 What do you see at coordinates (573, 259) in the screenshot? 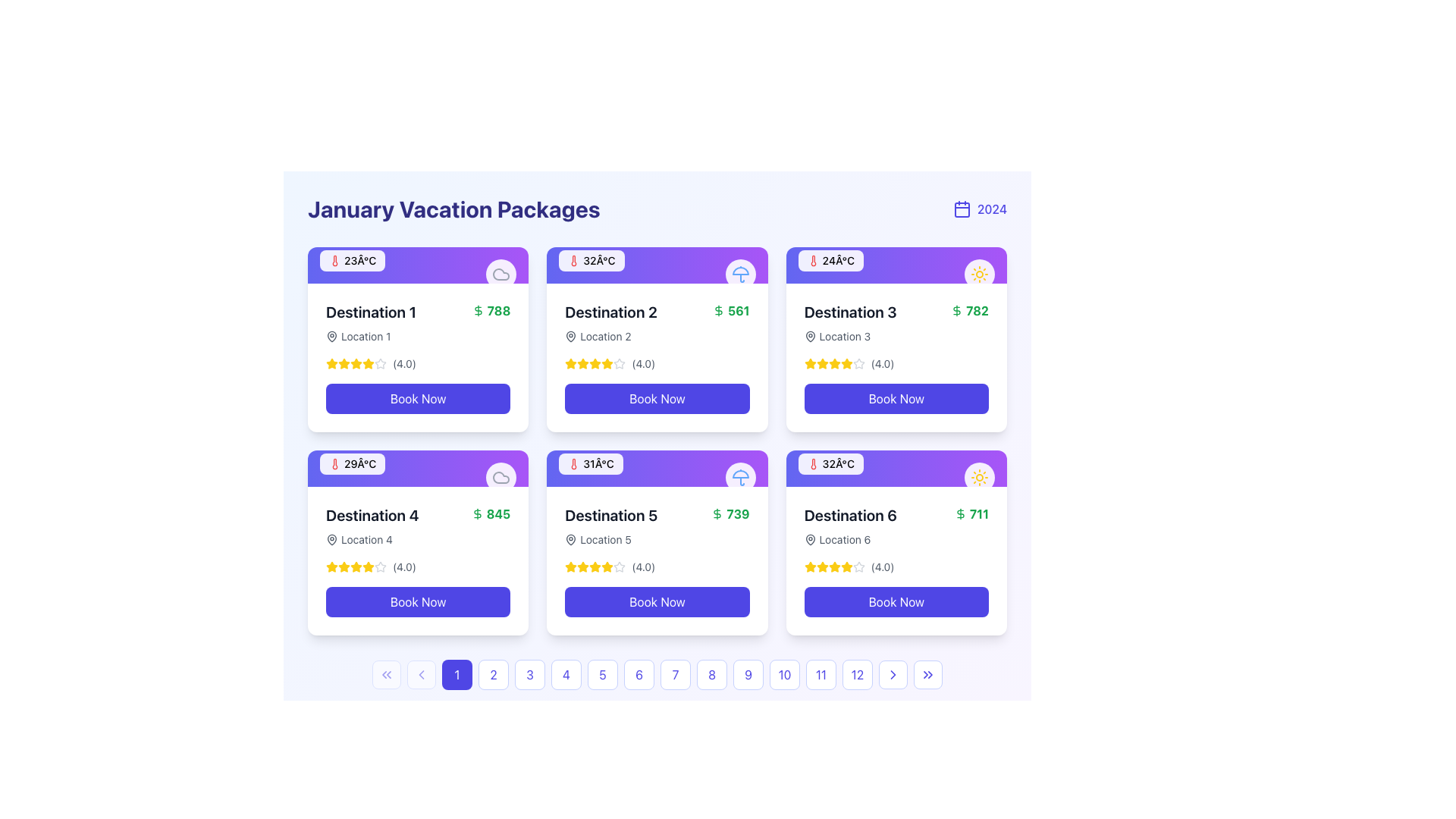
I see `the thermometer icon located in the top left corner of the card labeled 'Destination 2', which visually represents the temperature associated with that destination` at bounding box center [573, 259].